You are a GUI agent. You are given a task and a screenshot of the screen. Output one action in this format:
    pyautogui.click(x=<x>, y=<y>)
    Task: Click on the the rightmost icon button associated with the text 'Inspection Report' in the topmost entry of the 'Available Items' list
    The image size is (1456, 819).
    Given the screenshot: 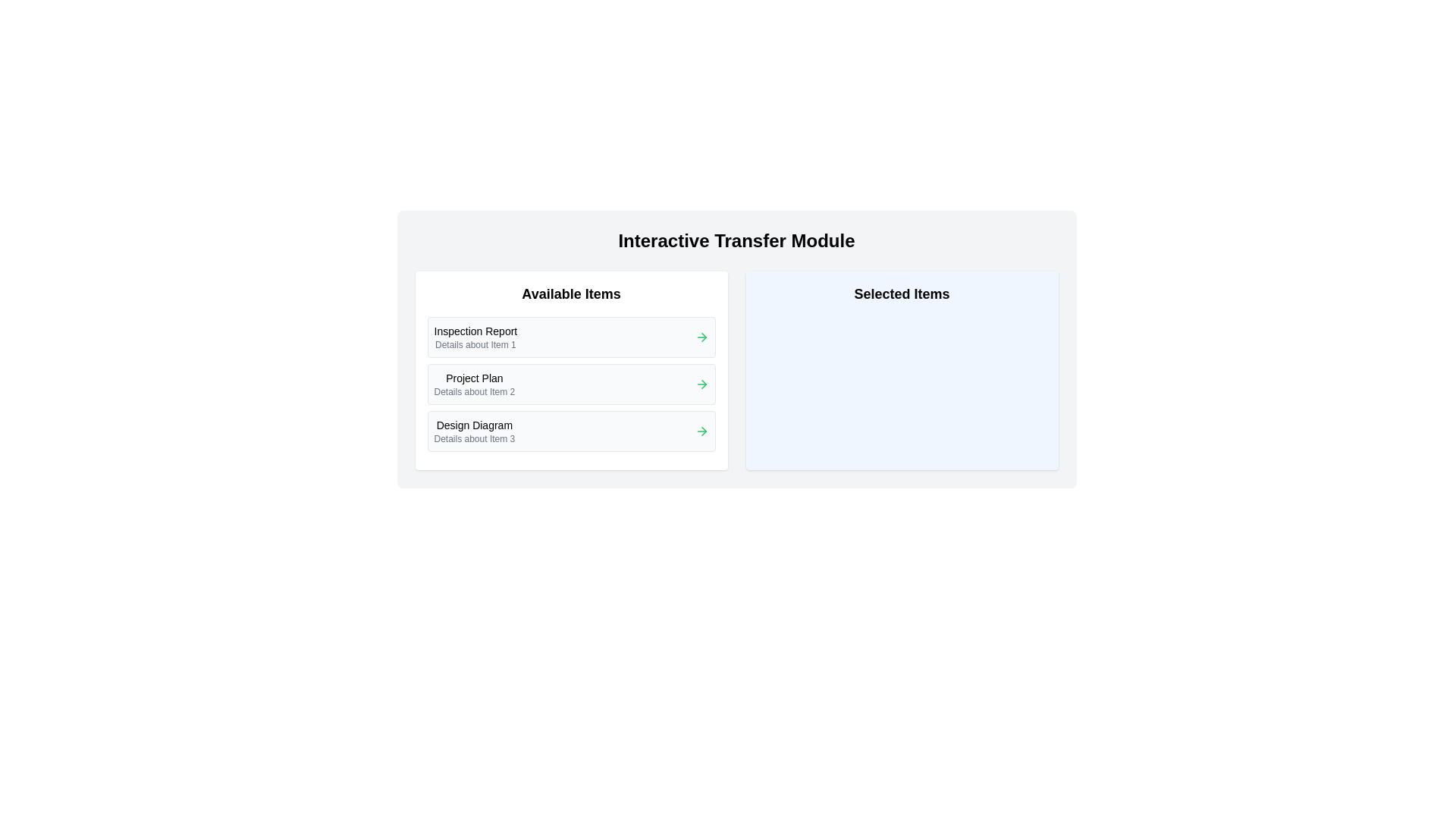 What is the action you would take?
    pyautogui.click(x=701, y=336)
    